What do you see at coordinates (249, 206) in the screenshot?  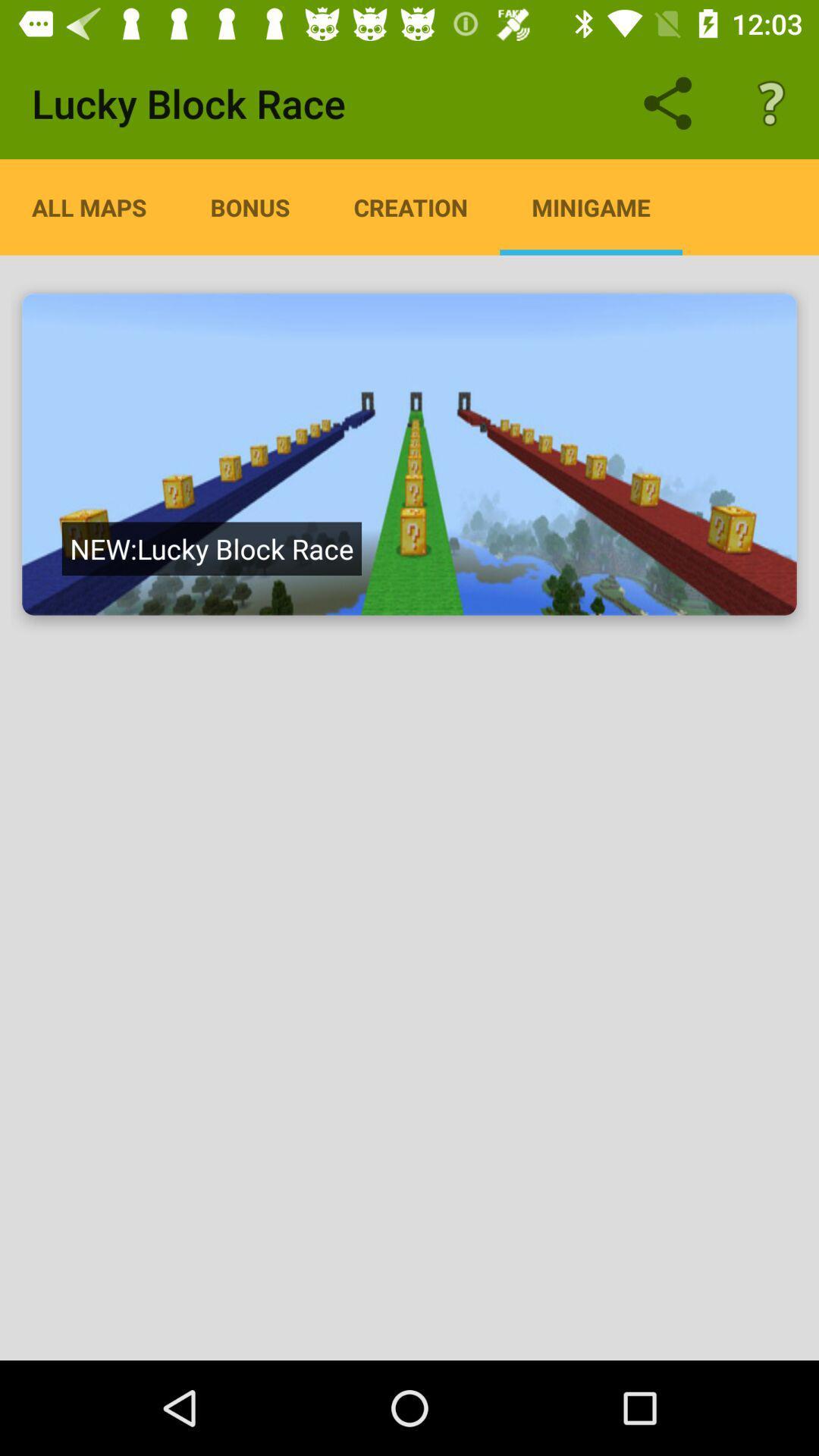 I see `bonus item` at bounding box center [249, 206].